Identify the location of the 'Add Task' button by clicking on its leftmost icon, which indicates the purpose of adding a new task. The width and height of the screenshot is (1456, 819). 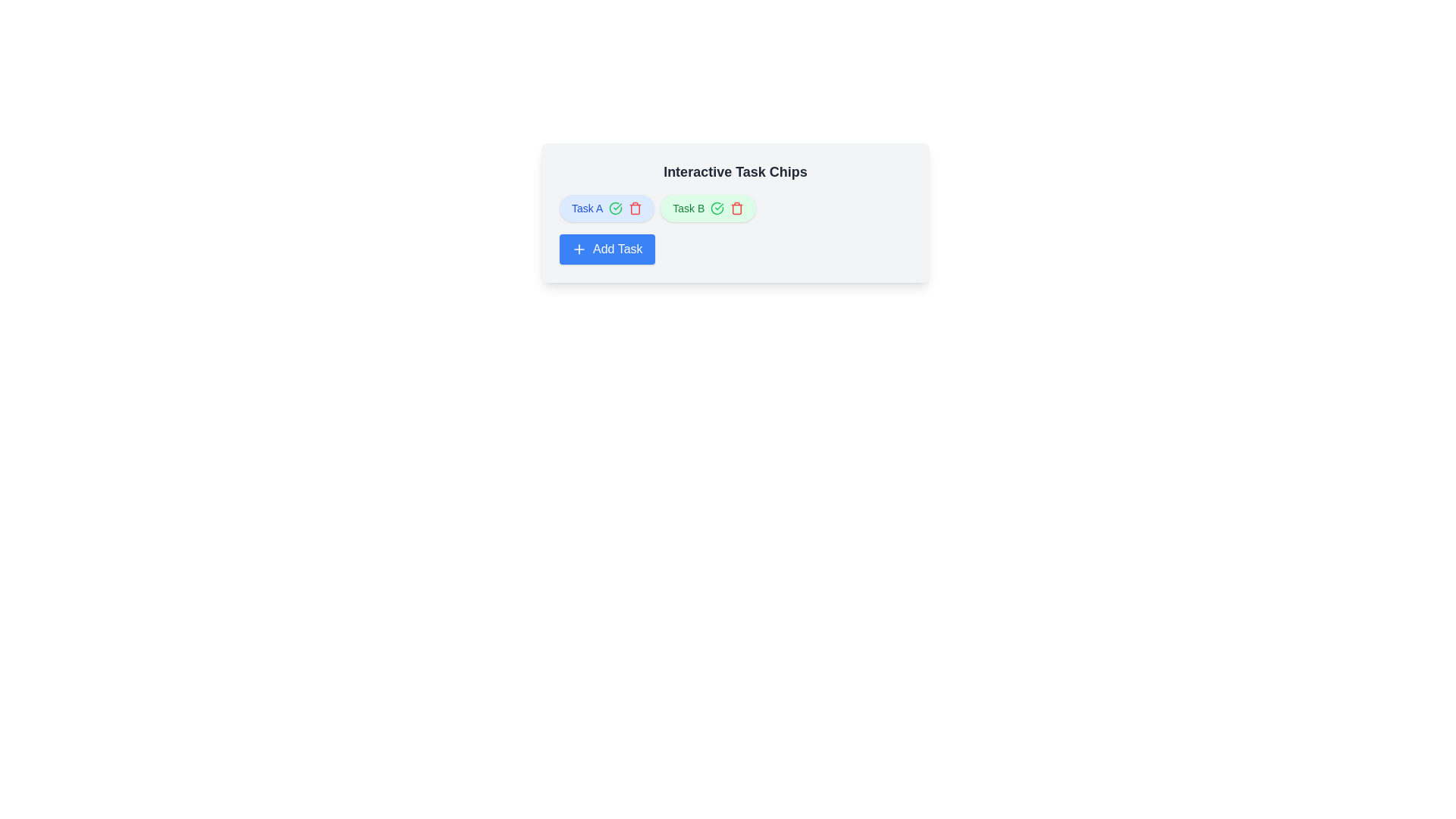
(578, 248).